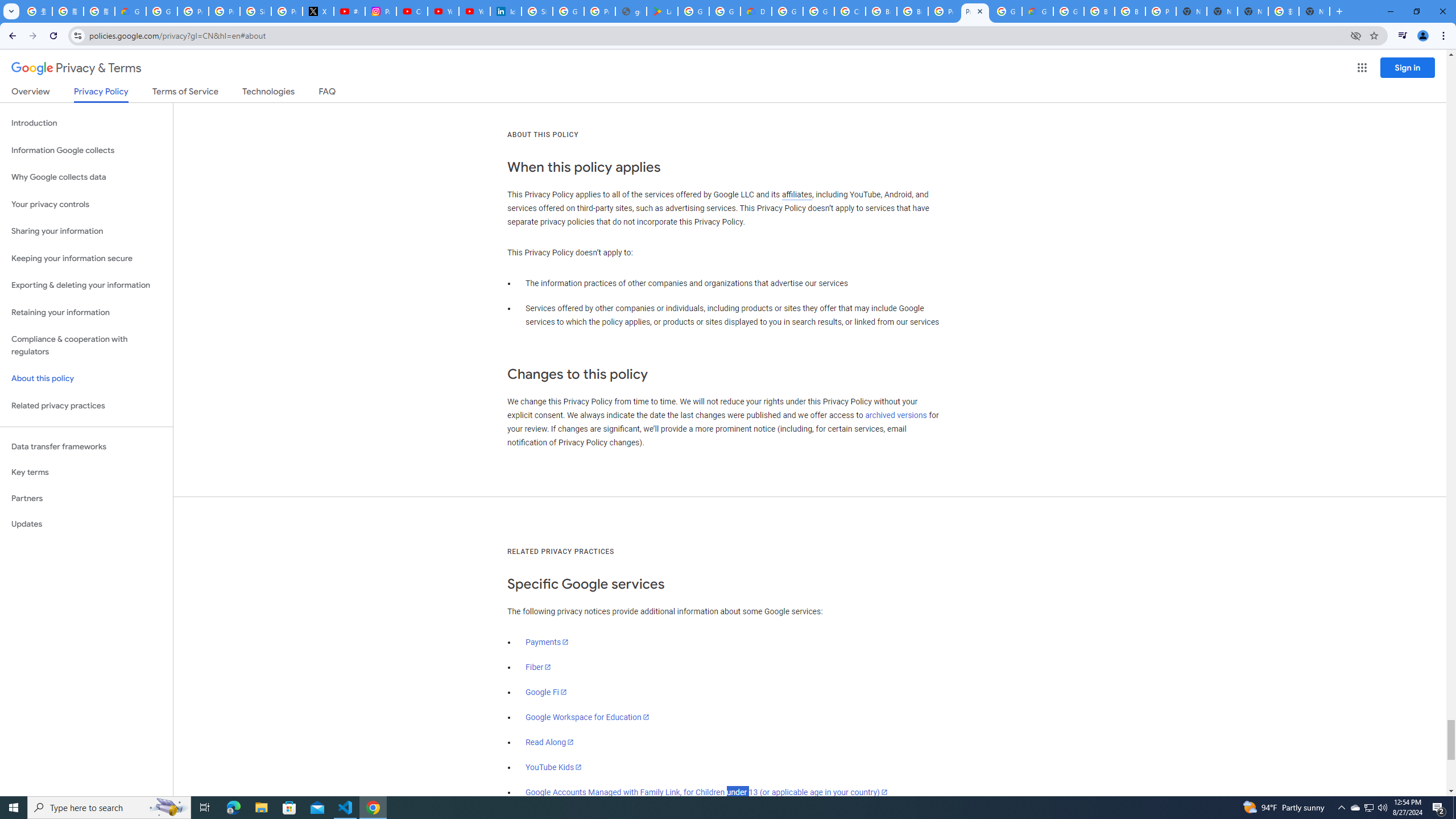 Image resolution: width=1456 pixels, height=819 pixels. I want to click on 'Browse Chrome as a guest - Computer - Google Chrome Help', so click(1099, 11).